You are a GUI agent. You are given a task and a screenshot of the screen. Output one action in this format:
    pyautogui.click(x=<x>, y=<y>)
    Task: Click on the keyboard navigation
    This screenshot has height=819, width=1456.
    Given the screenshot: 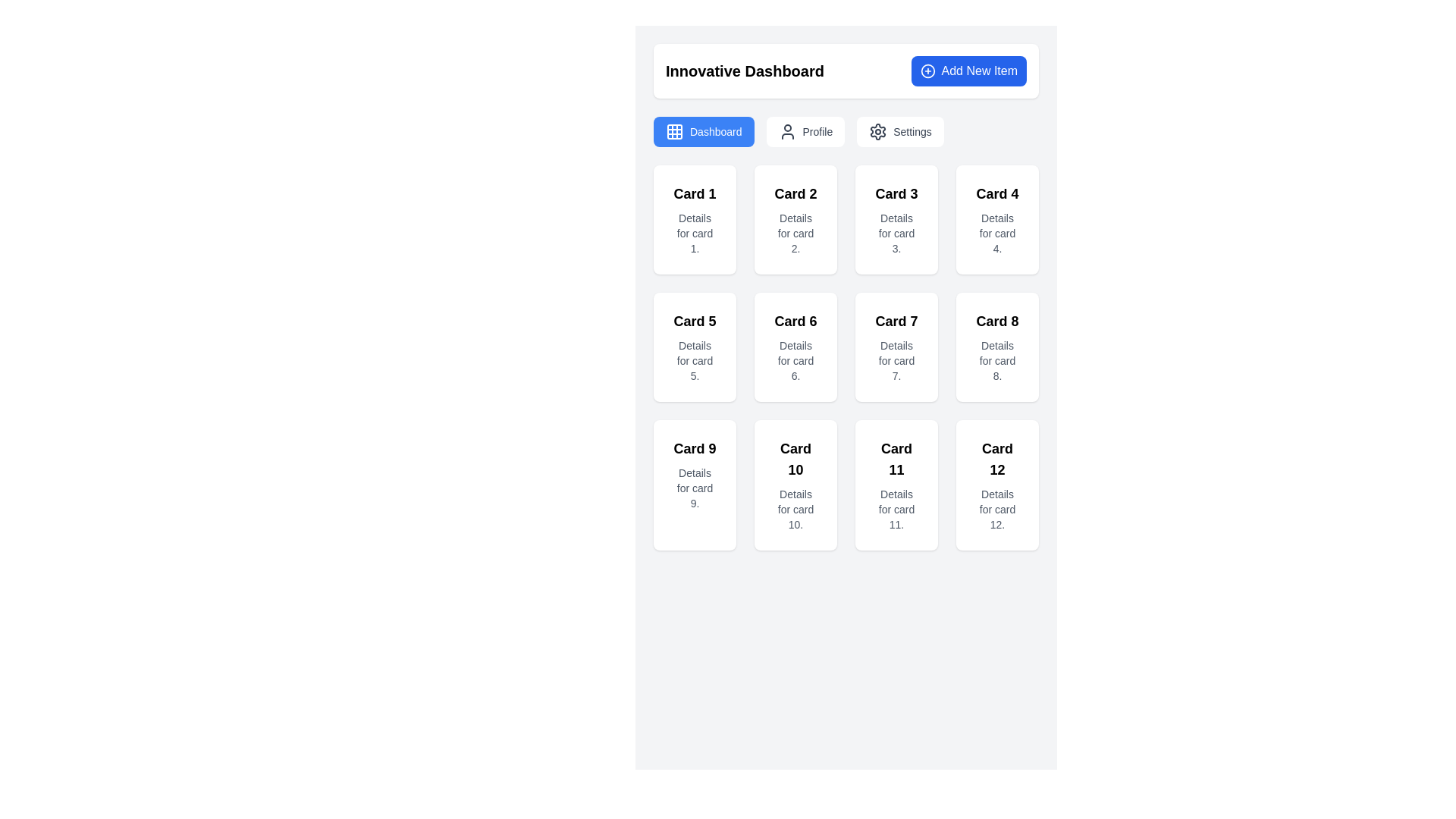 What is the action you would take?
    pyautogui.click(x=805, y=130)
    